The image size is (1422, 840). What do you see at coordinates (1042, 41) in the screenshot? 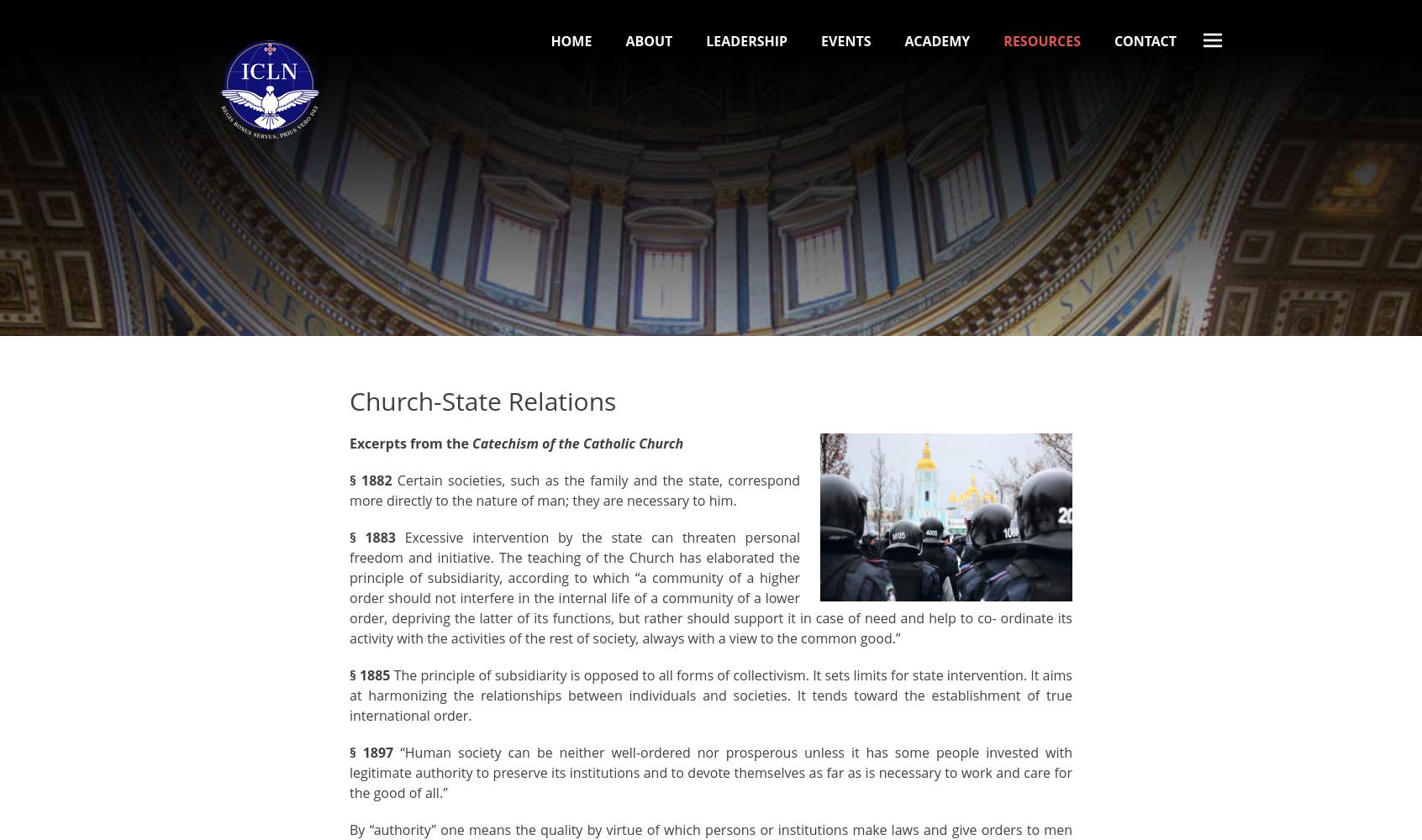
I see `'Resources'` at bounding box center [1042, 41].